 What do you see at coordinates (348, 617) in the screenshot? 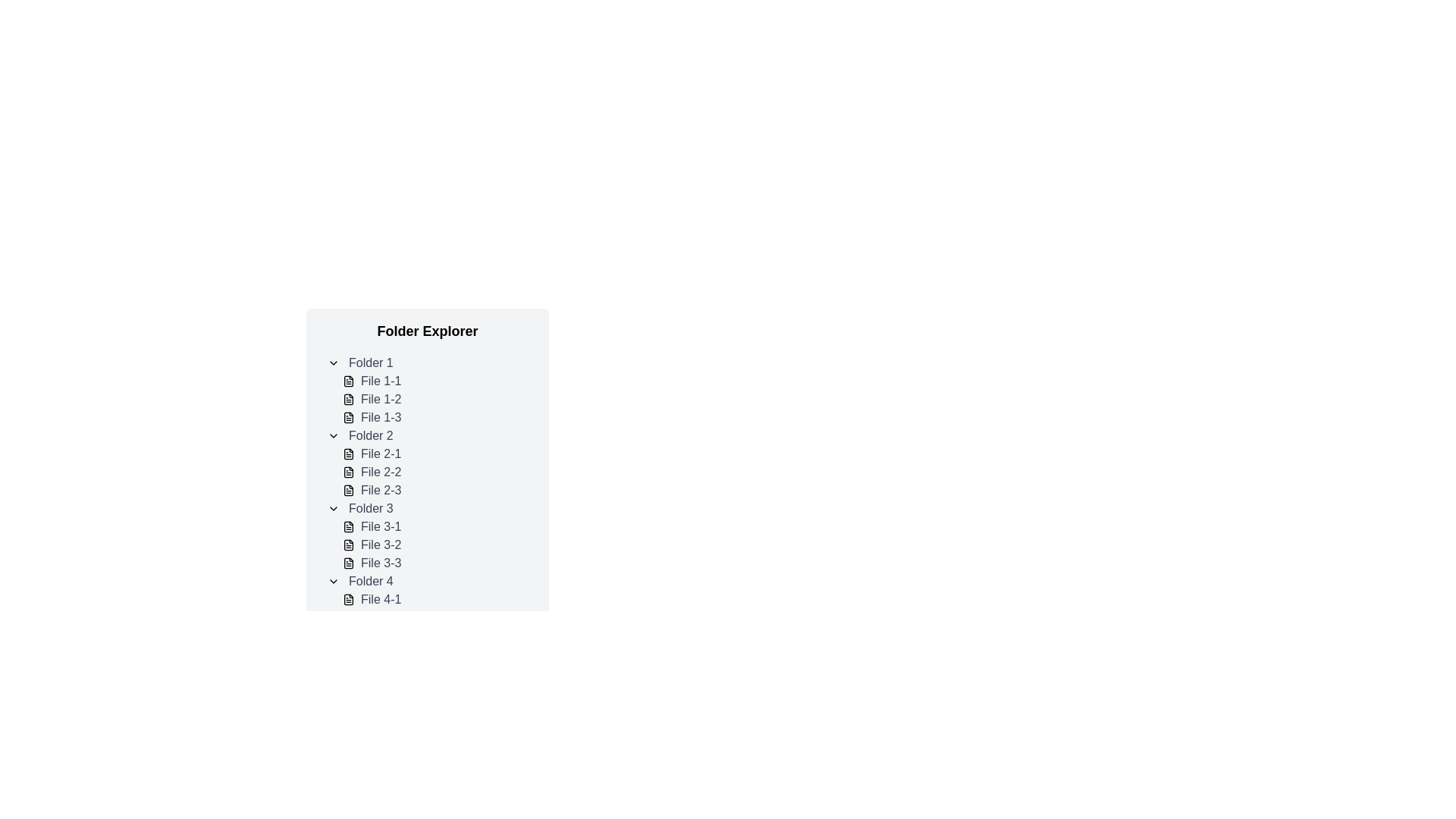
I see `the icon resembling a document or file, which is located to the left of the text 'File 4-2'` at bounding box center [348, 617].